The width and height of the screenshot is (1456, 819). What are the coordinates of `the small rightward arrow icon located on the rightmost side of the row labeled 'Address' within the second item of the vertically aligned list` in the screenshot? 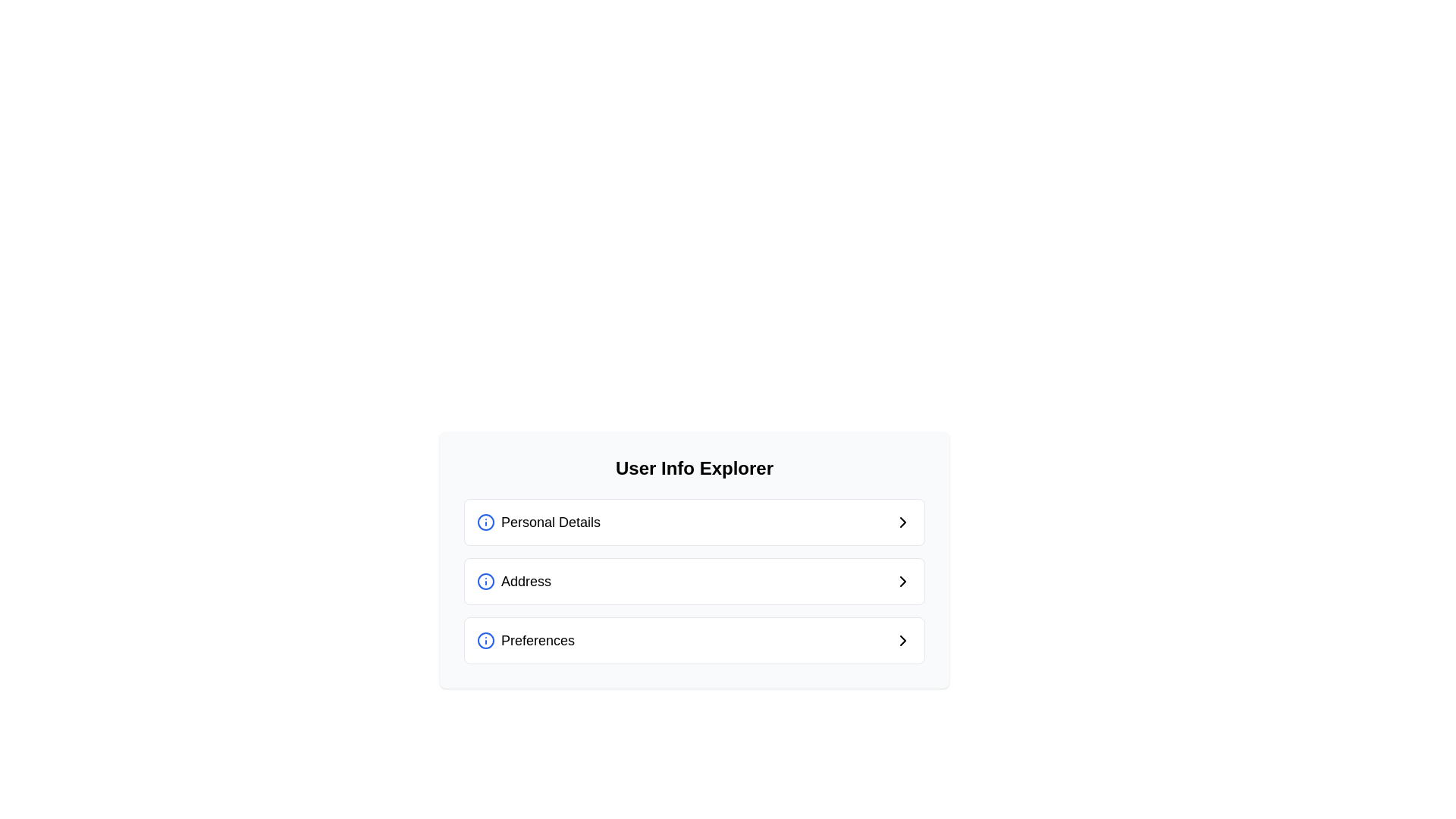 It's located at (902, 581).